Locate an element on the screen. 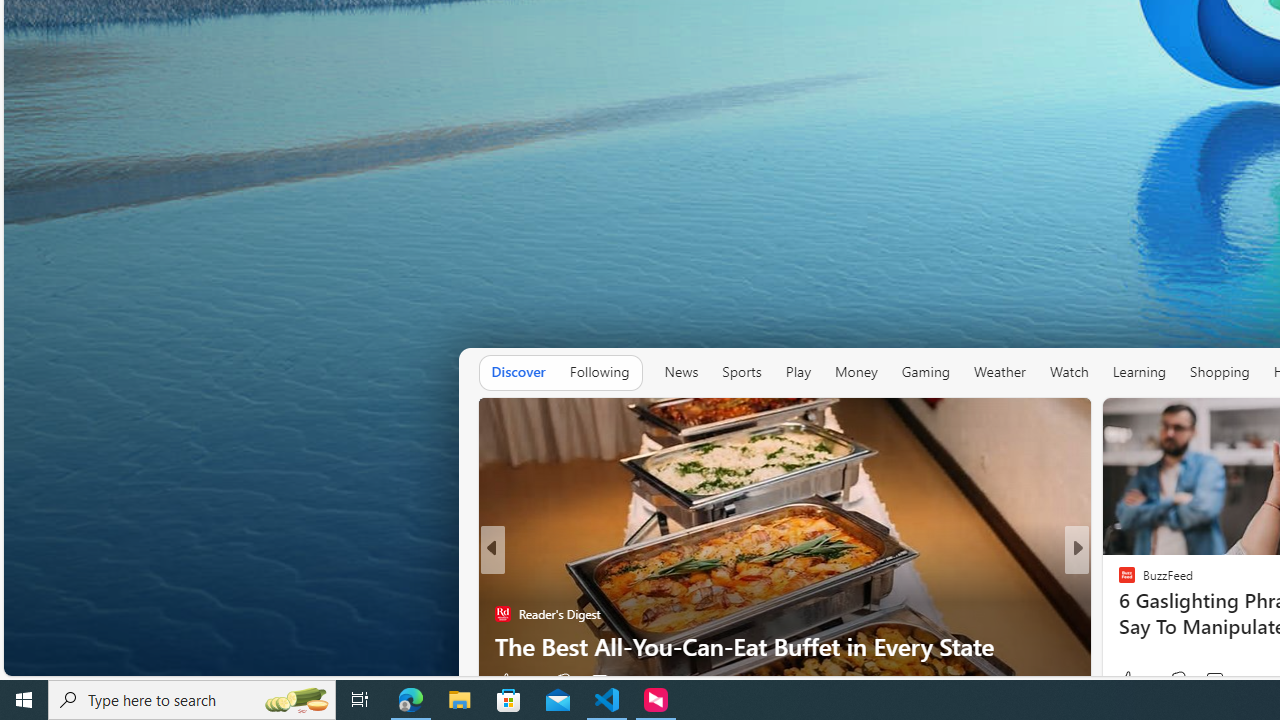 The image size is (1280, 720). 'News' is located at coordinates (680, 372).